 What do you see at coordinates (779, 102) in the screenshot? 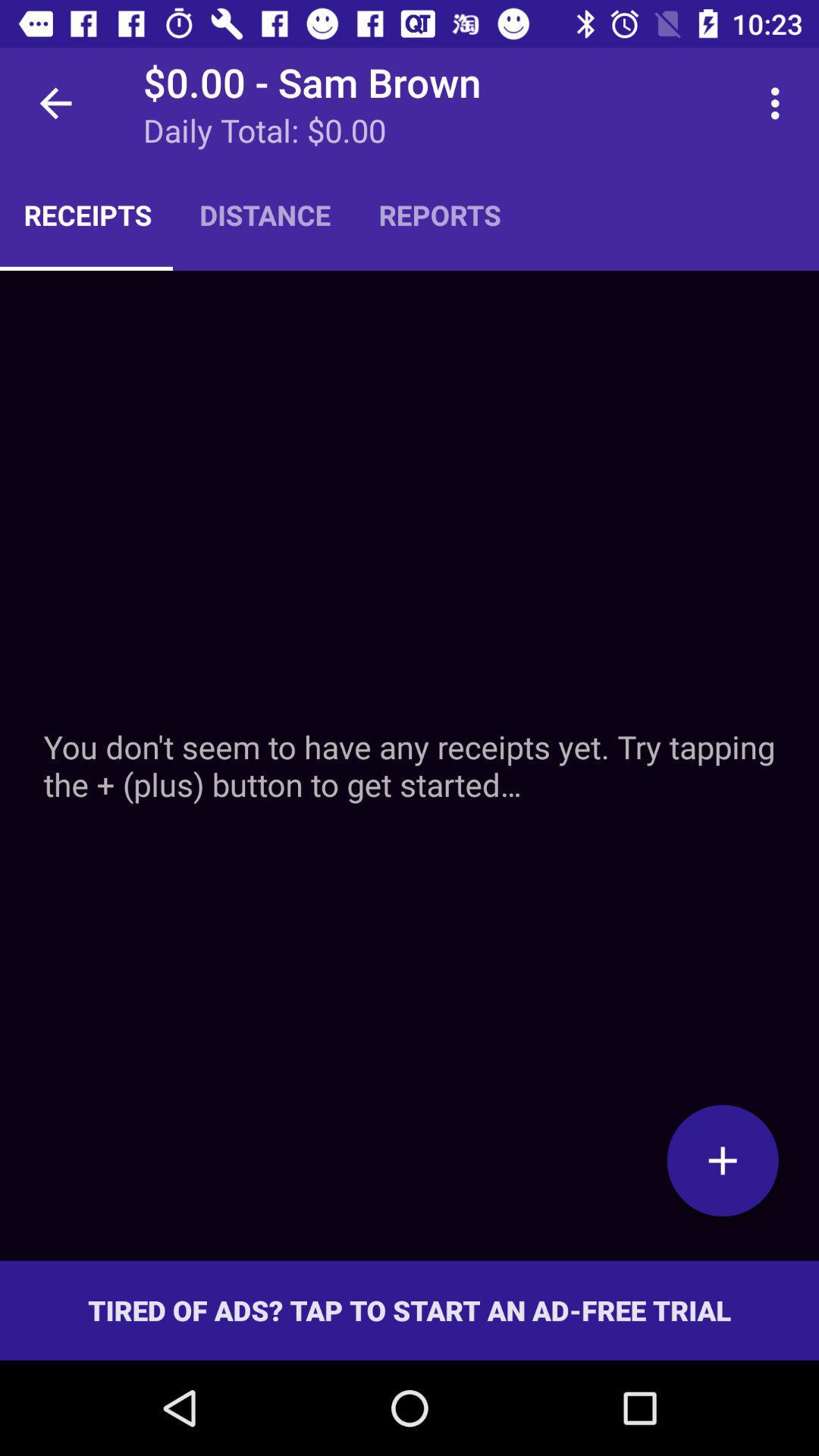
I see `icon next to the reports item` at bounding box center [779, 102].